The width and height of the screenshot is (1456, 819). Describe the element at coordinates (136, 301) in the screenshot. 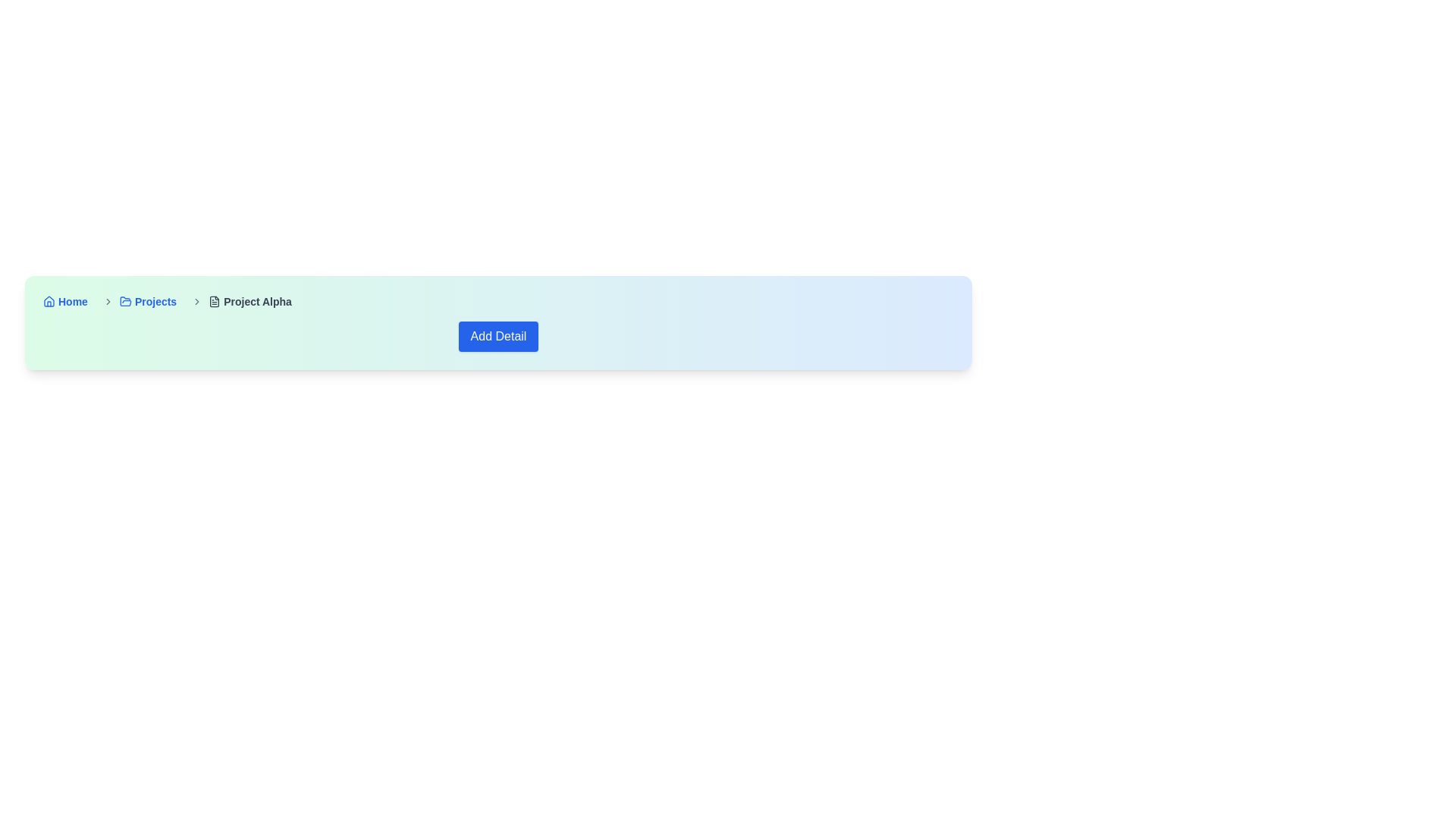

I see `the 'Projects' breadcrumb link, which is the second item in the breadcrumb navigation structure` at that location.